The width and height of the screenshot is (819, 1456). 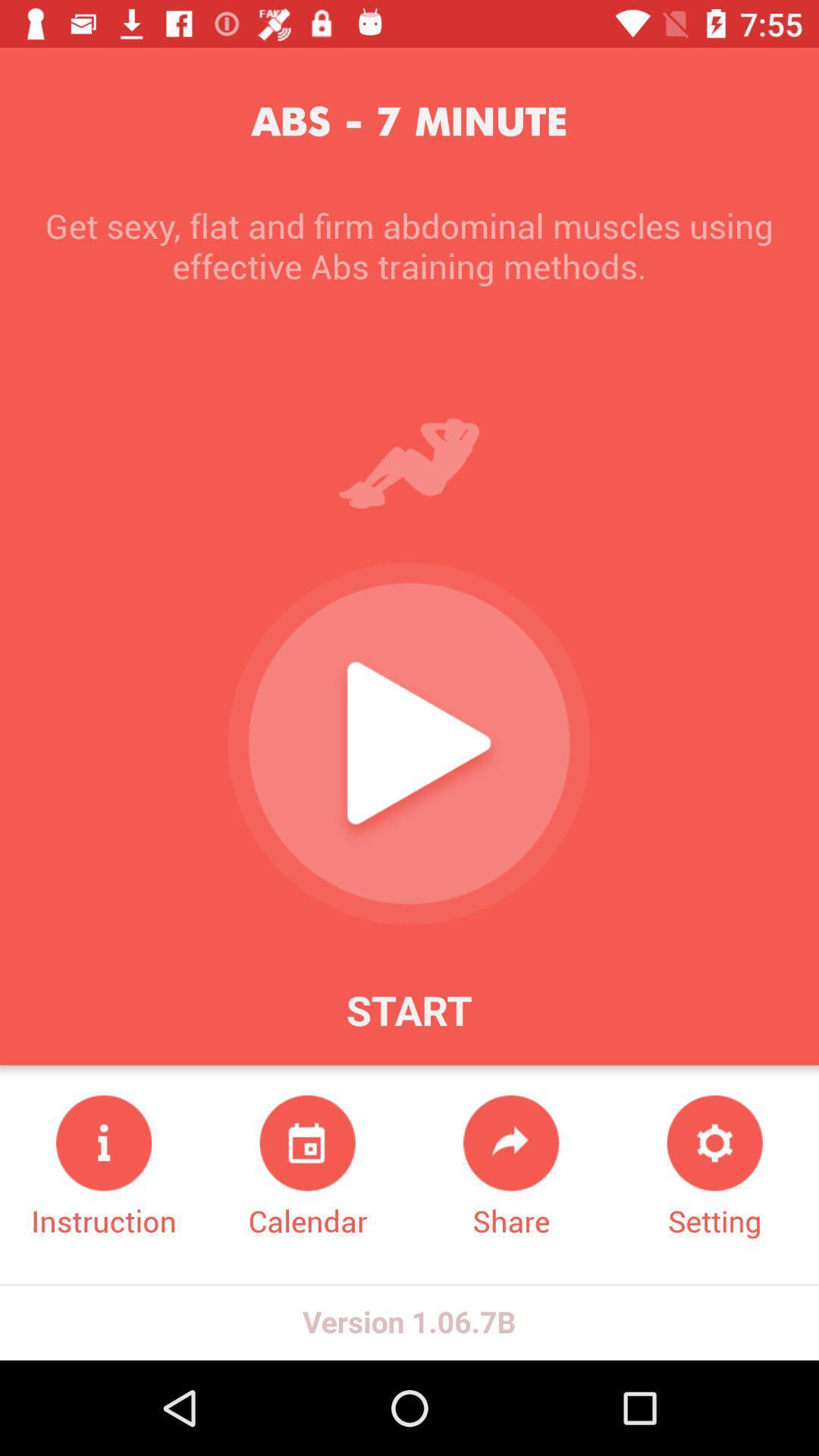 What do you see at coordinates (103, 1167) in the screenshot?
I see `instruction item` at bounding box center [103, 1167].